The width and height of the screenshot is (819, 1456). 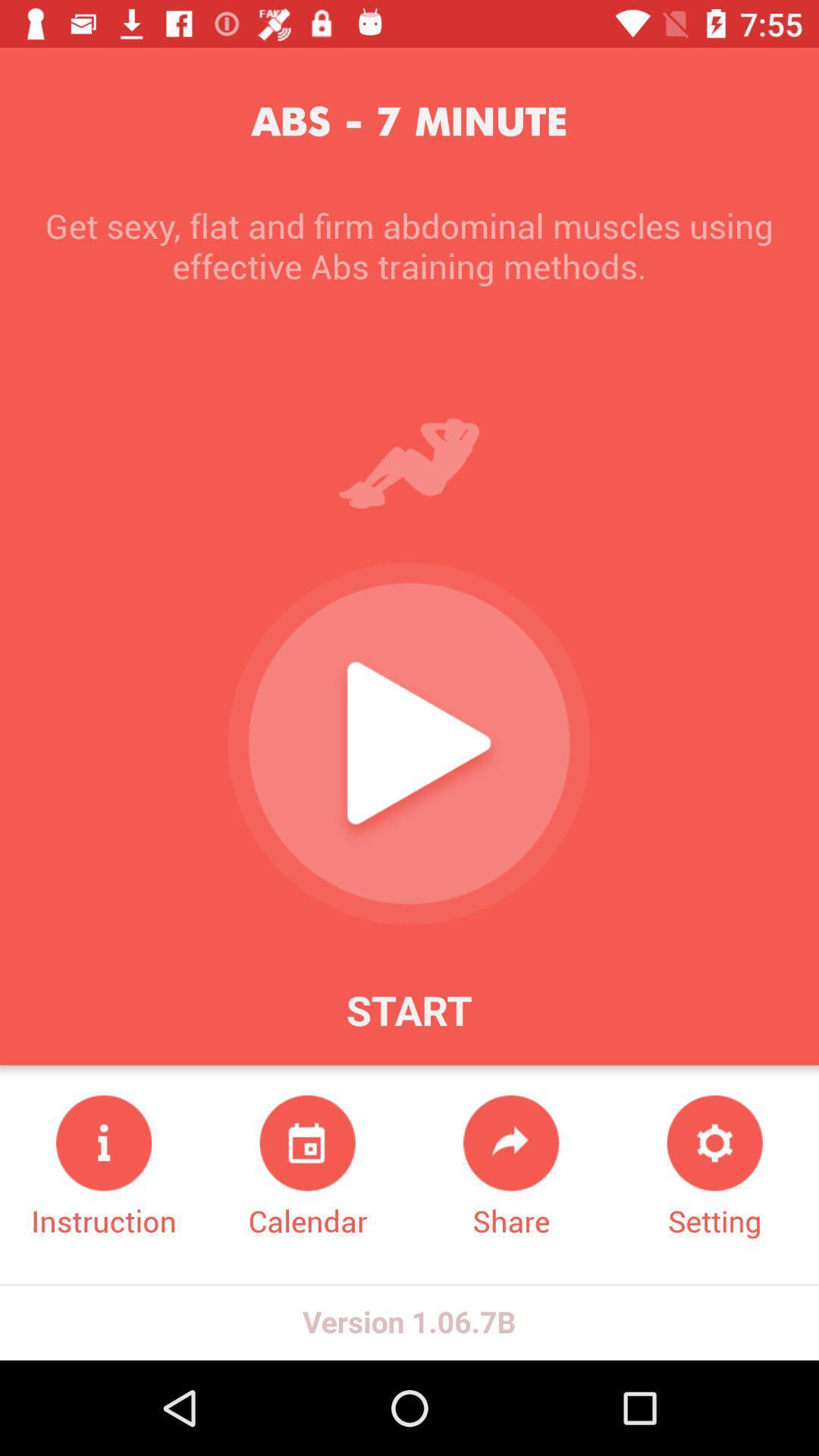 What do you see at coordinates (103, 1167) in the screenshot?
I see `instruction item` at bounding box center [103, 1167].